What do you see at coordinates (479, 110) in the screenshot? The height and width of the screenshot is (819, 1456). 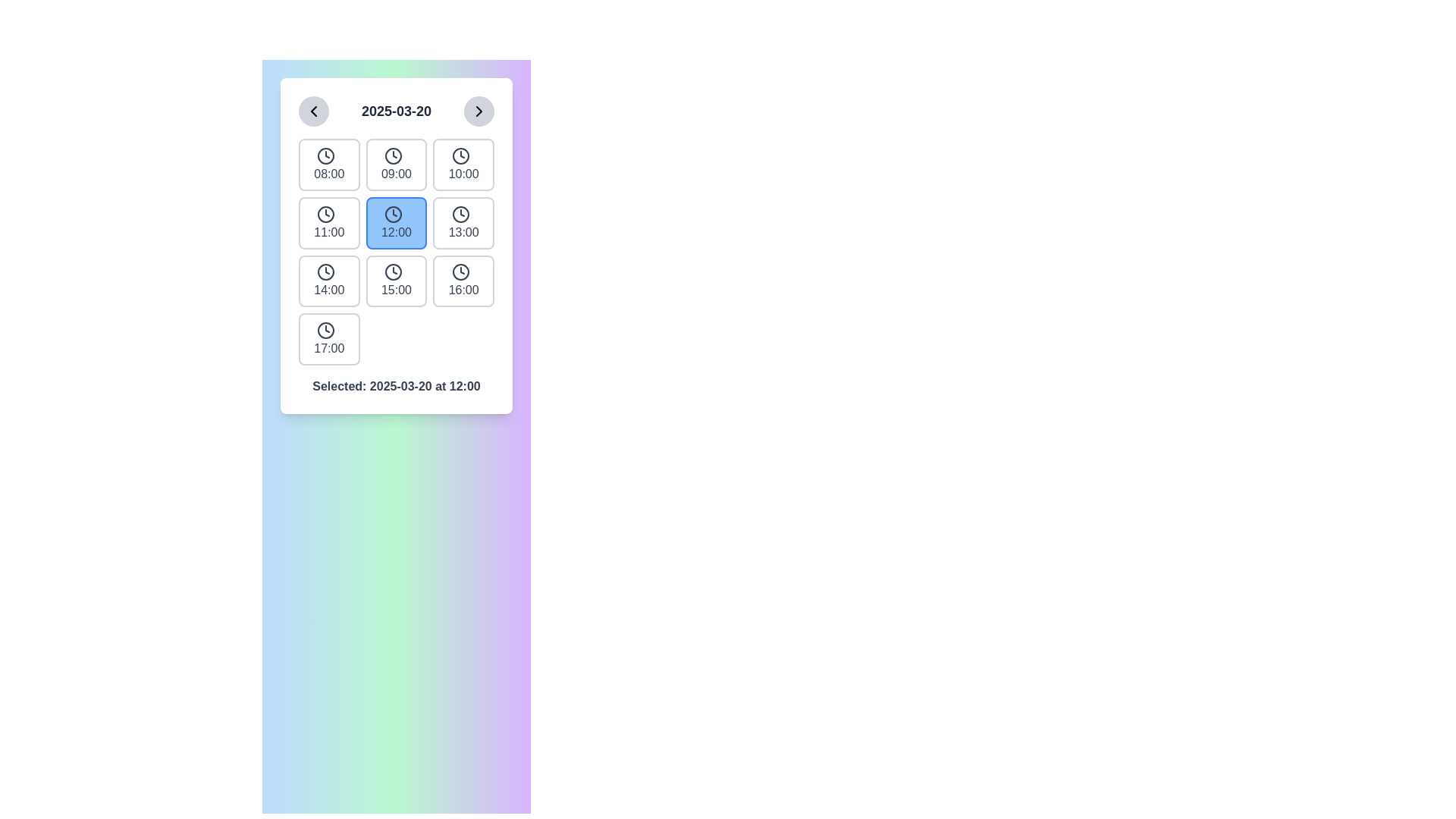 I see `the circular button with a light gray background and a right-facing chevron arrow to observe its hover effects` at bounding box center [479, 110].